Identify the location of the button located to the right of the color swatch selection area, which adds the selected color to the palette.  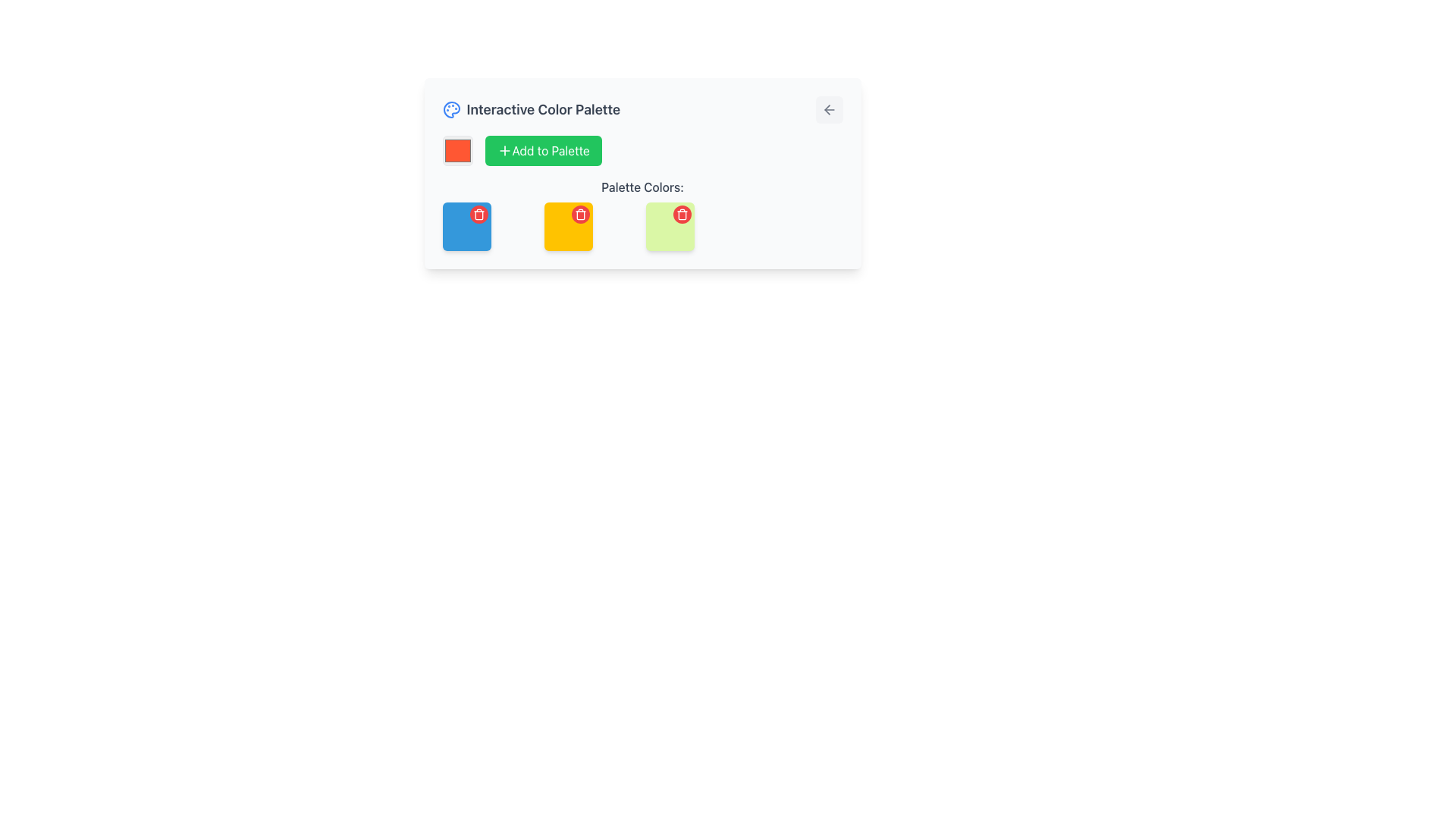
(543, 151).